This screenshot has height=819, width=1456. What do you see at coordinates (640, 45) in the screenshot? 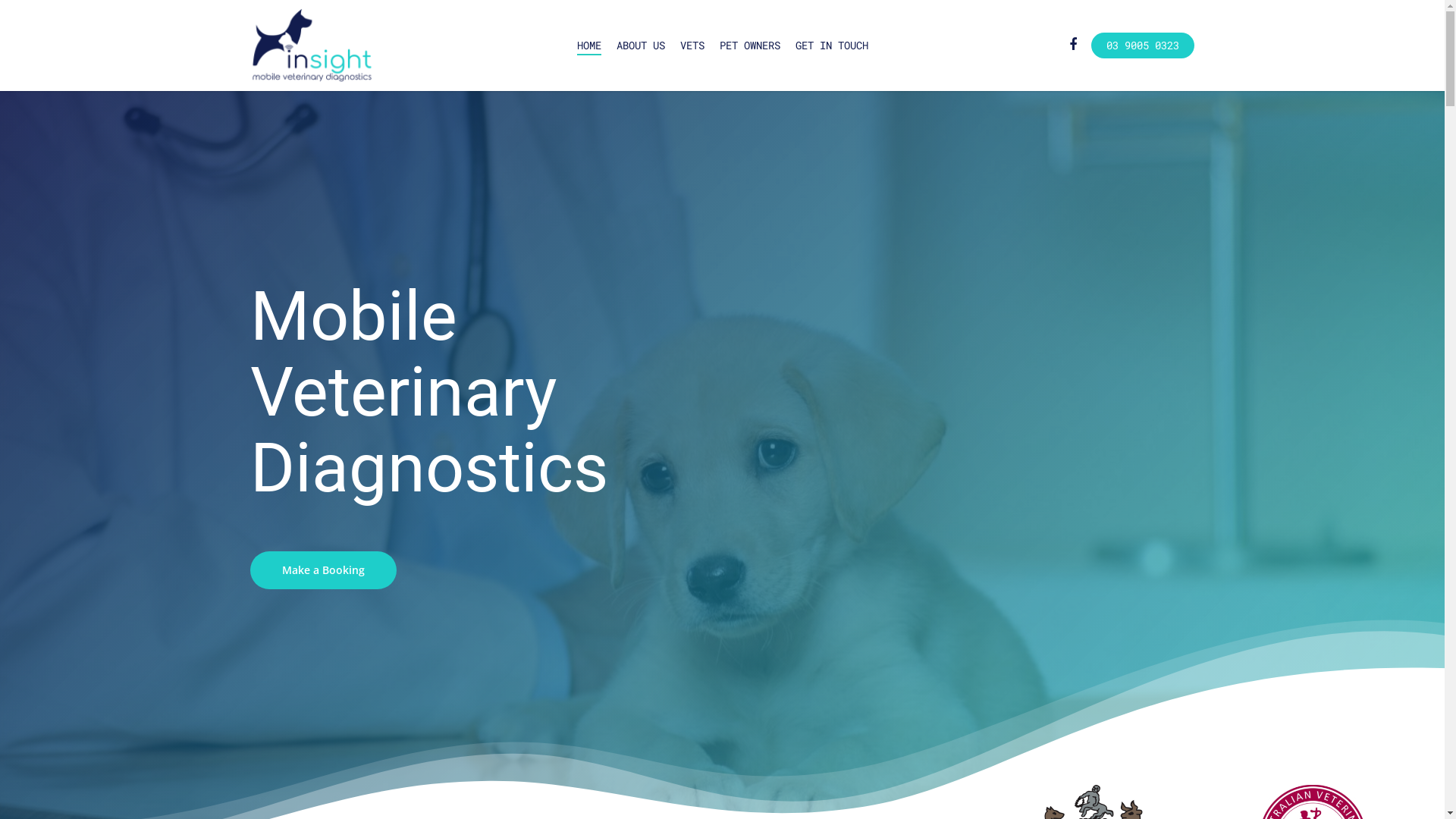
I see `'ABOUT US'` at bounding box center [640, 45].